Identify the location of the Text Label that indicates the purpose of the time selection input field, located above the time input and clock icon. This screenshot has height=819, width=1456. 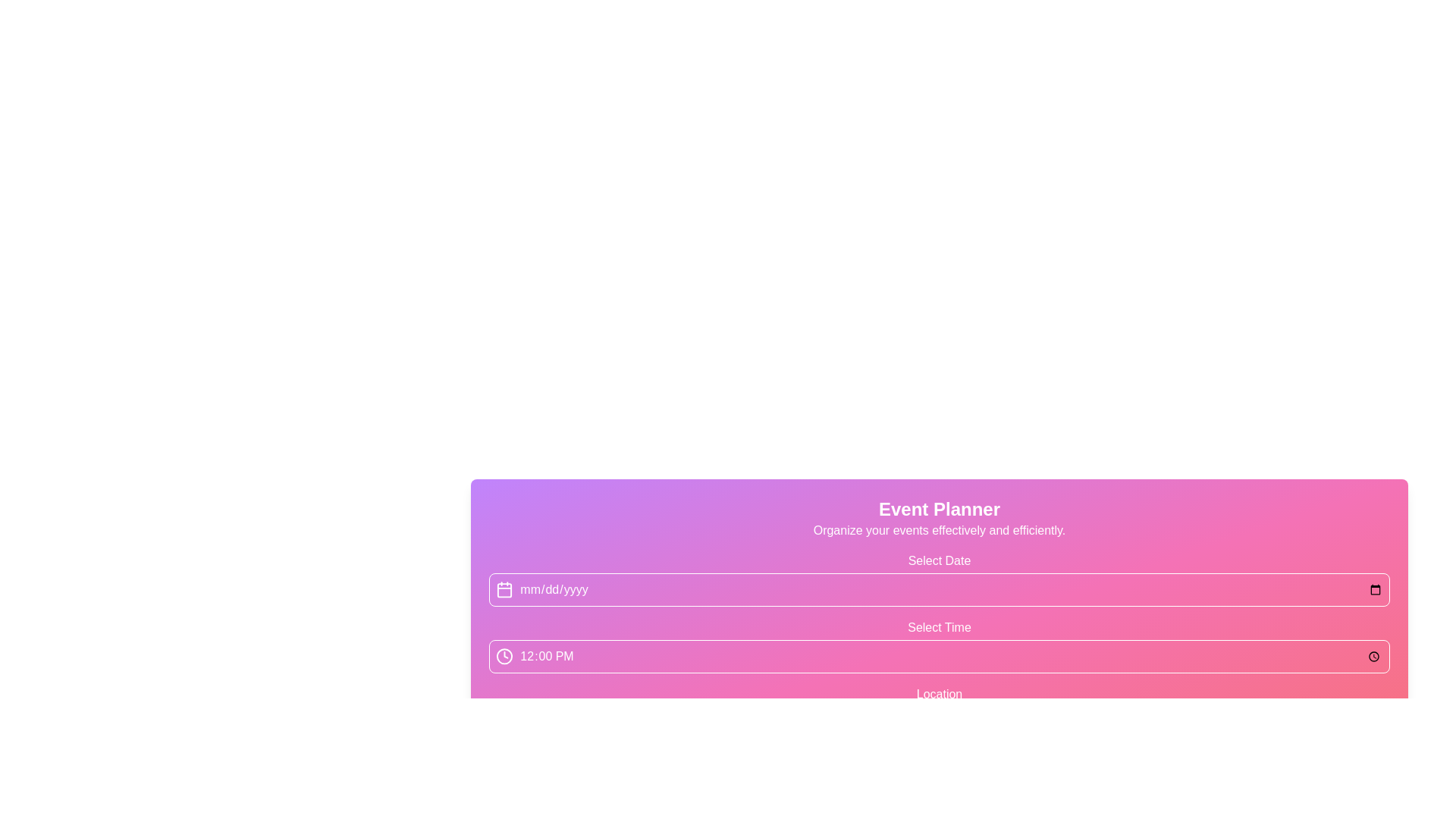
(938, 628).